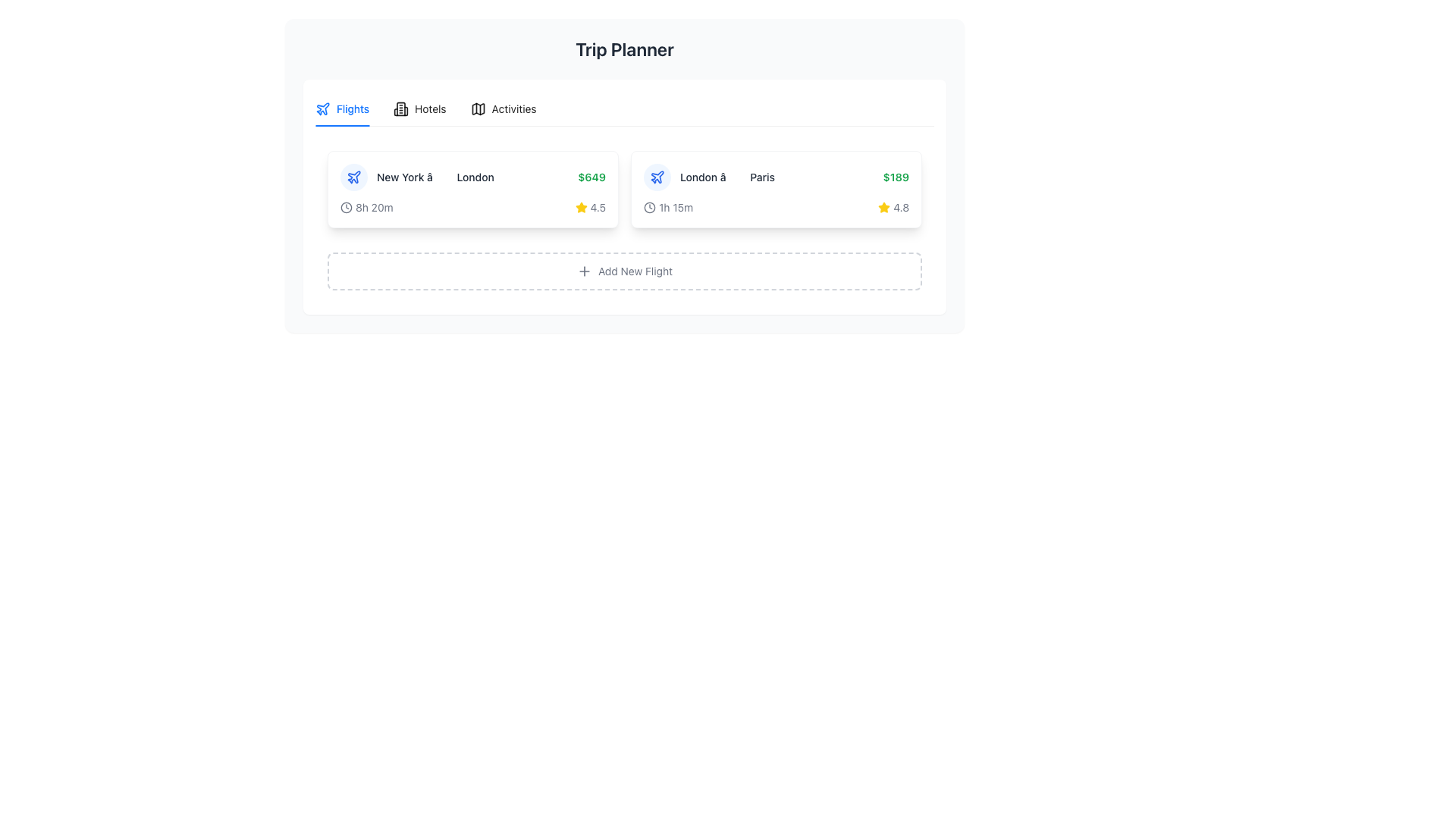  I want to click on the text label displaying the number '4.8' in bold, dark font, which is located next to a yellow star icon on the second card, so click(901, 207).